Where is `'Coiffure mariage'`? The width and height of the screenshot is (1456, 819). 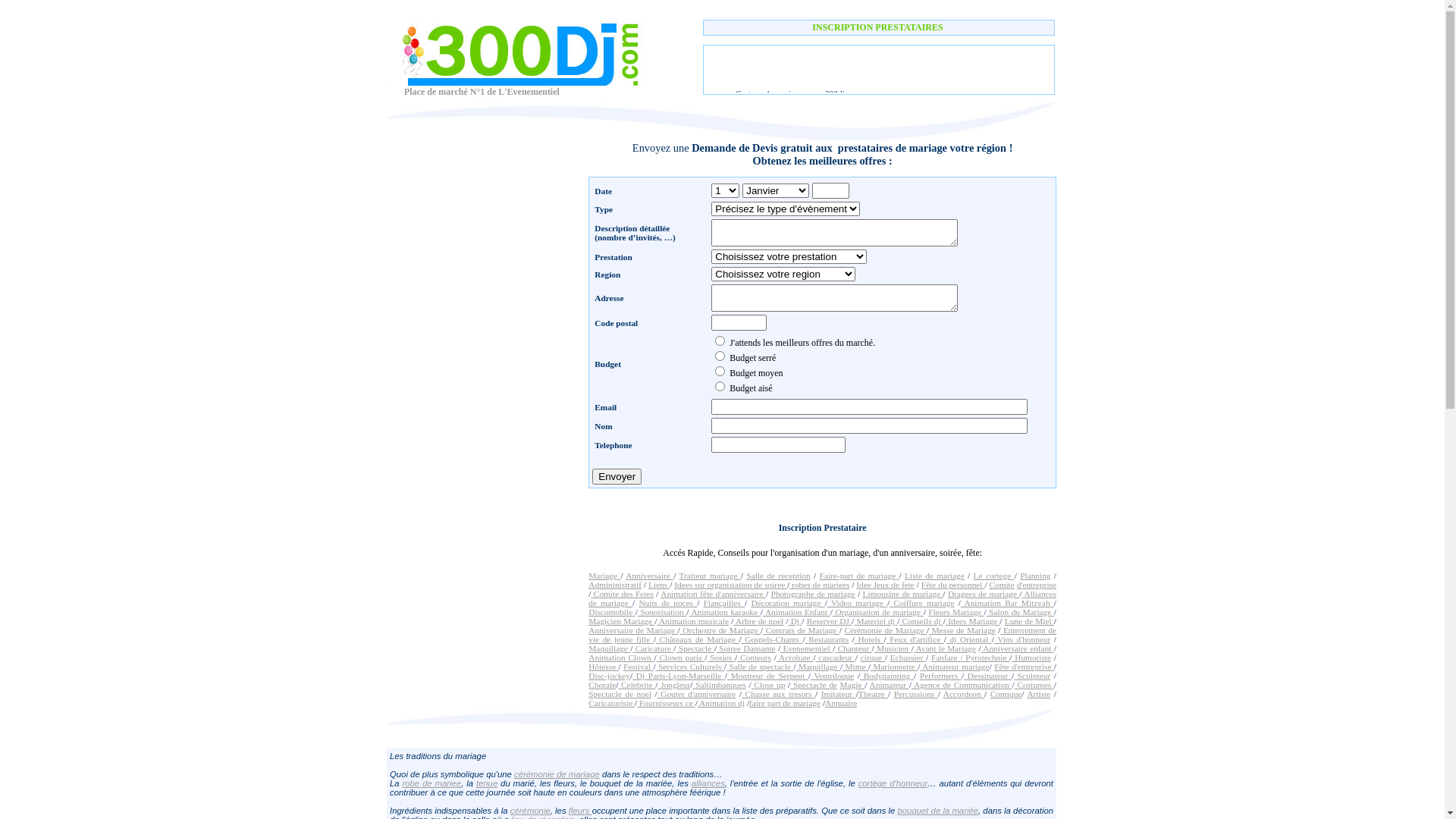 'Coiffure mariage' is located at coordinates (921, 601).